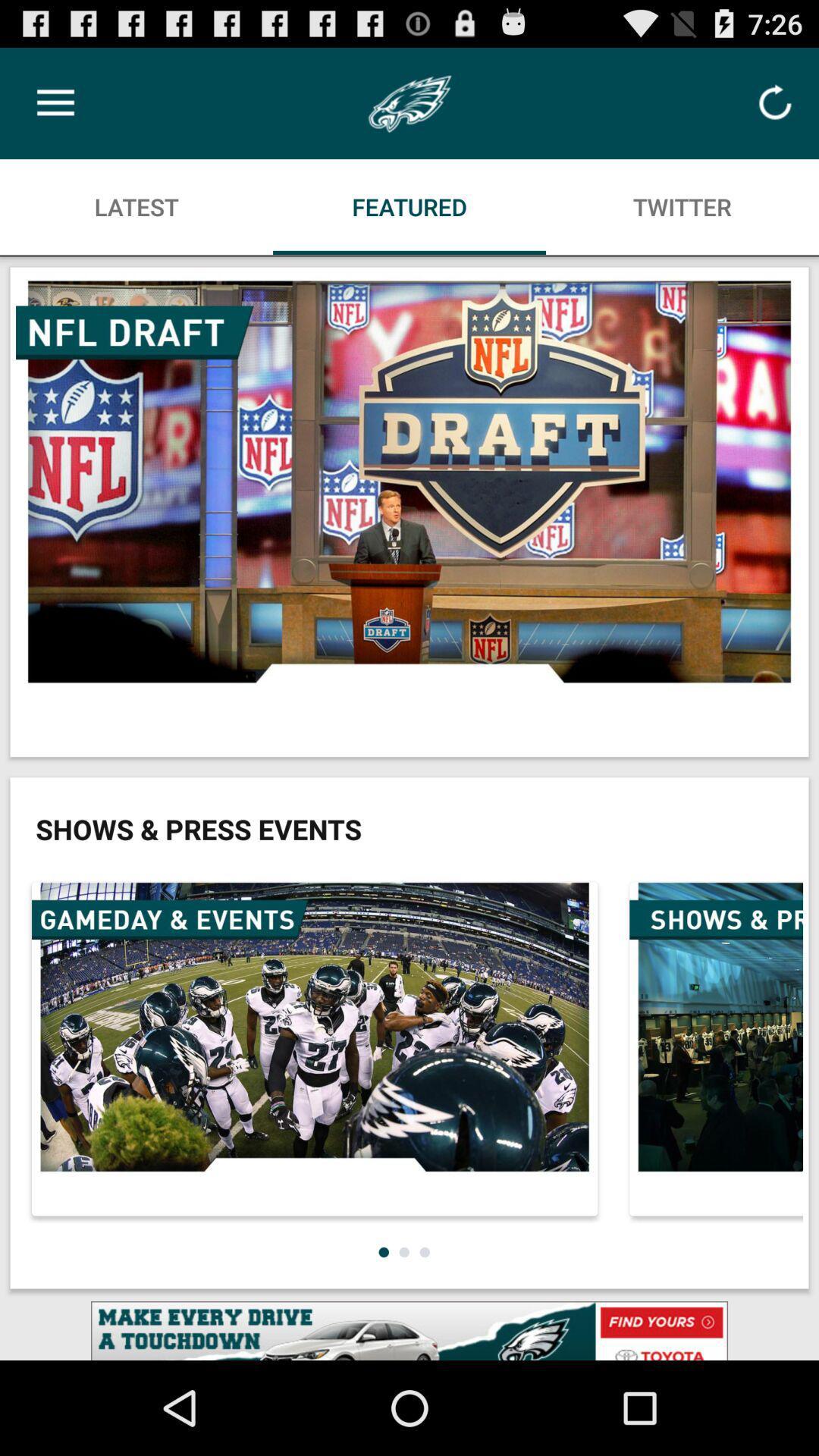 The image size is (819, 1456). Describe the element at coordinates (55, 102) in the screenshot. I see `the item above latest icon` at that location.